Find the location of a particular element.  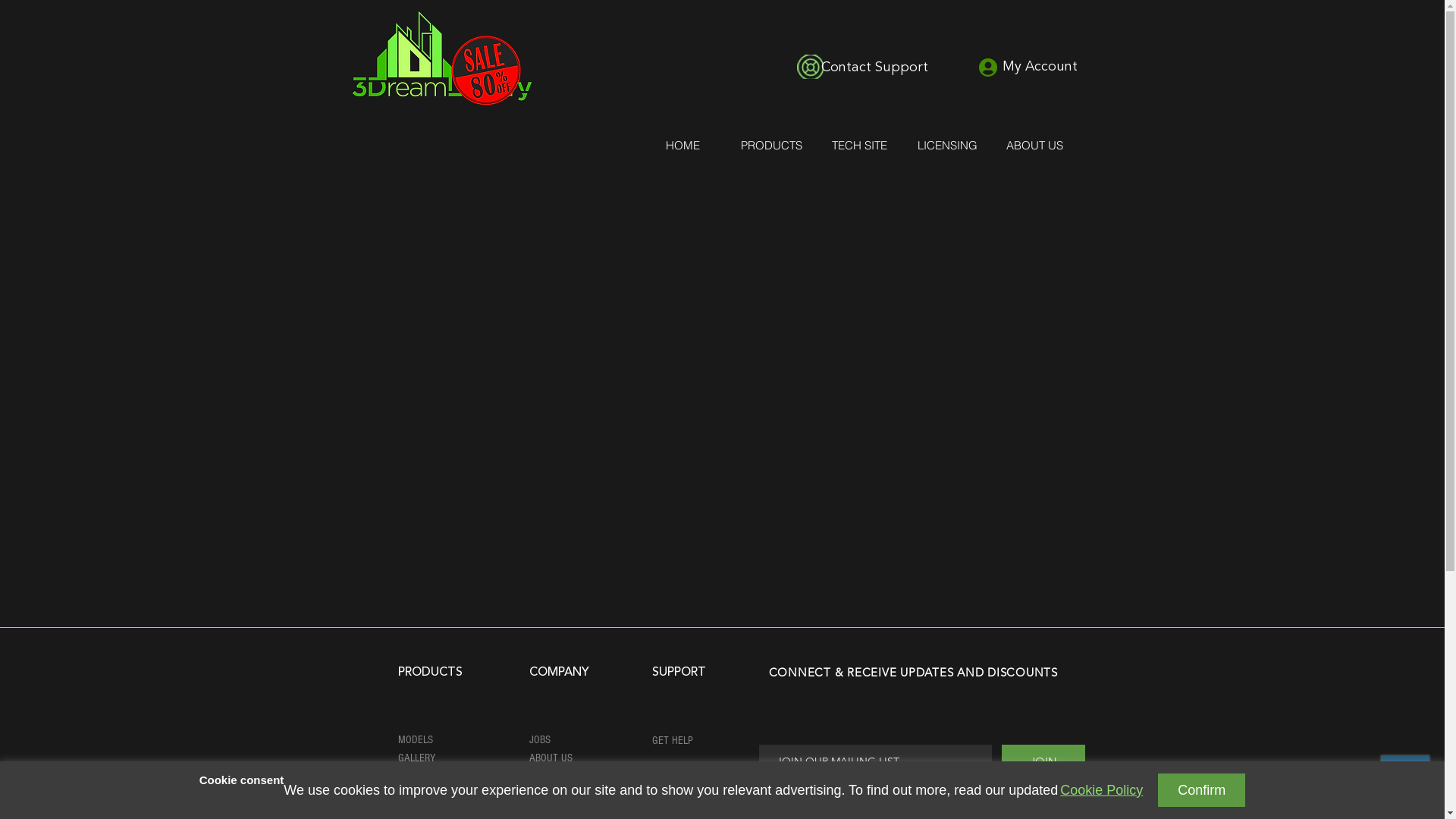

'GET HELP' is located at coordinates (672, 739).